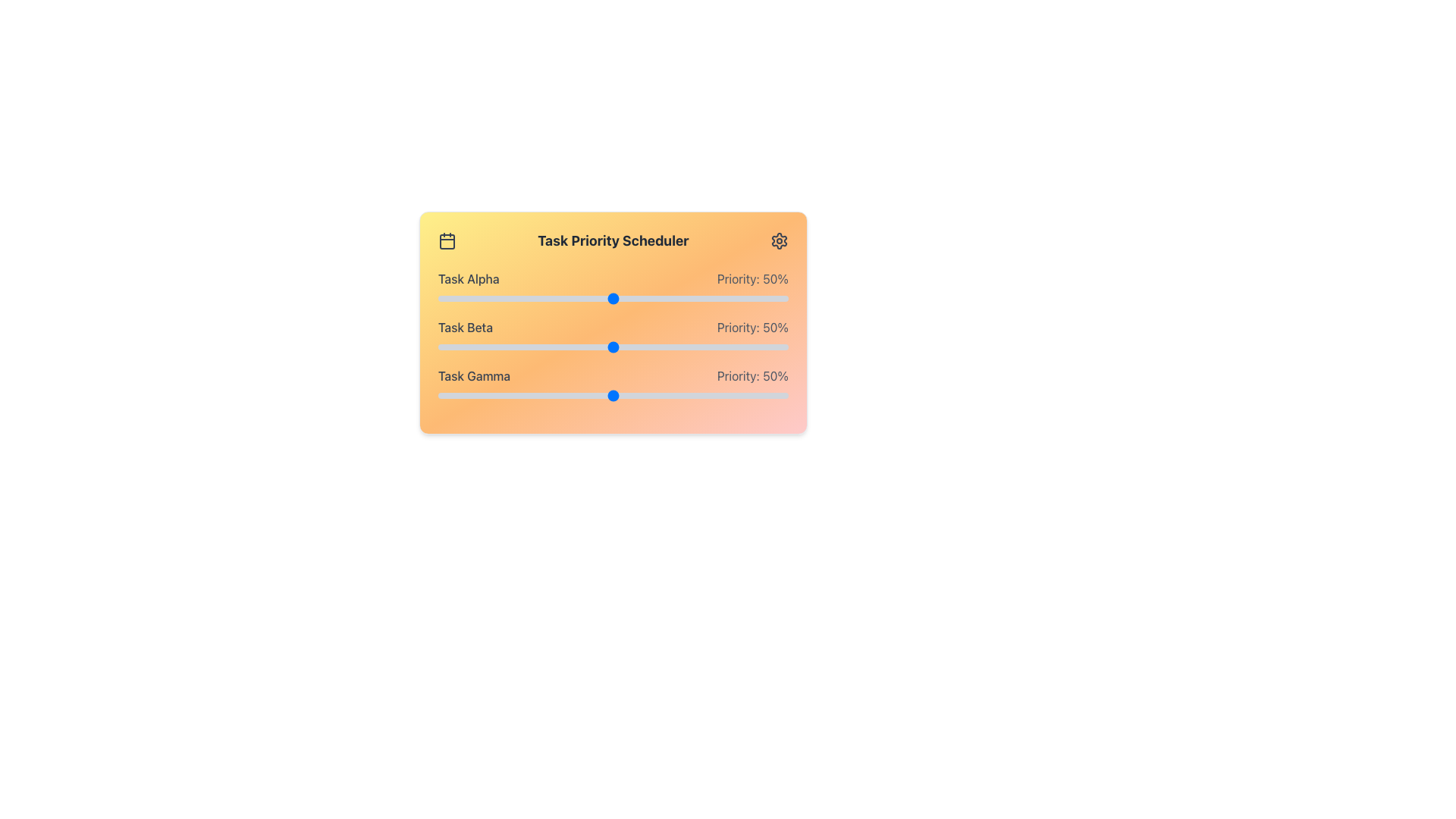 The height and width of the screenshot is (819, 1456). What do you see at coordinates (645, 394) in the screenshot?
I see `task priority` at bounding box center [645, 394].